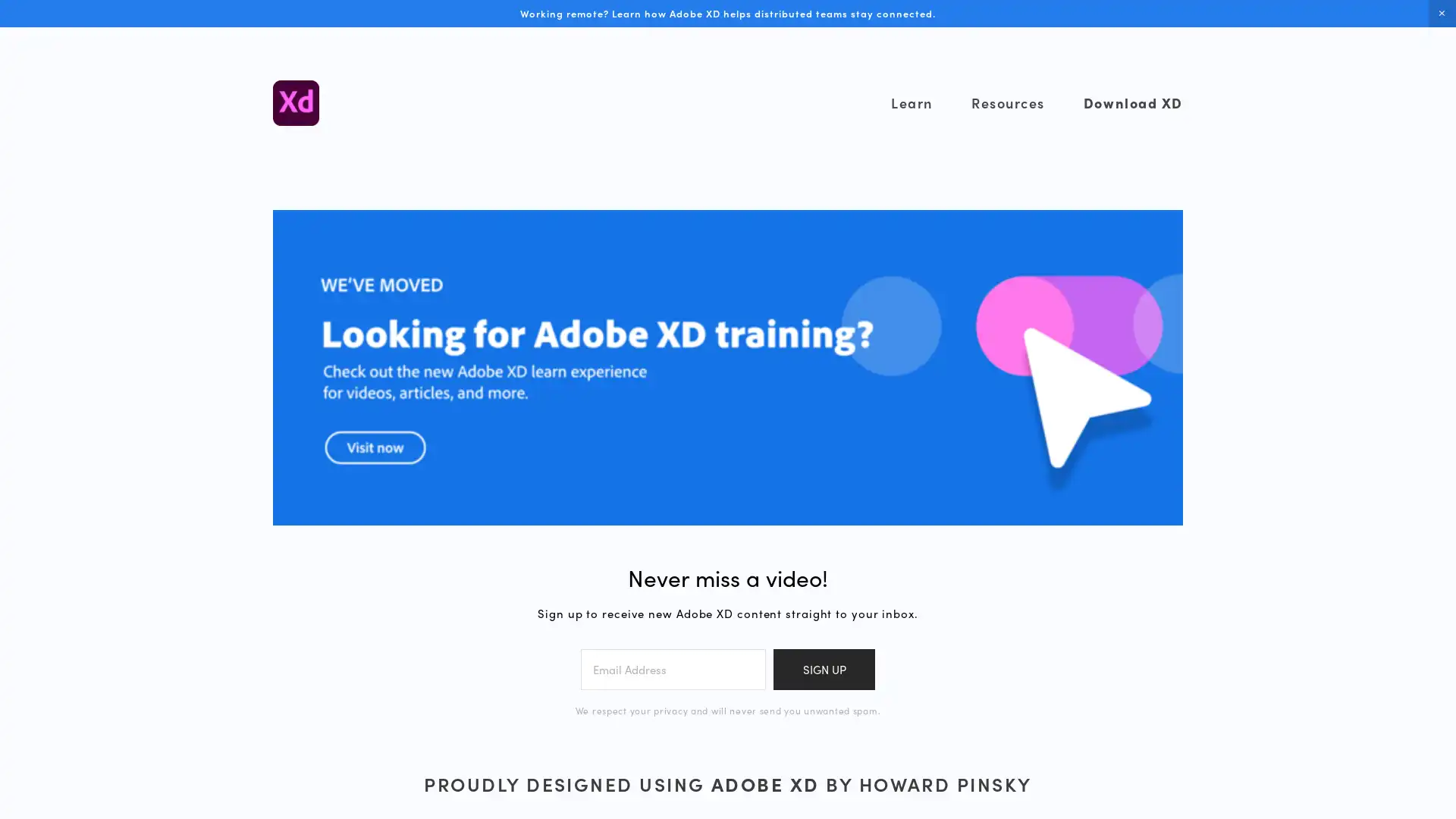 The image size is (1456, 819). Describe the element at coordinates (823, 668) in the screenshot. I see `SIGN UP` at that location.